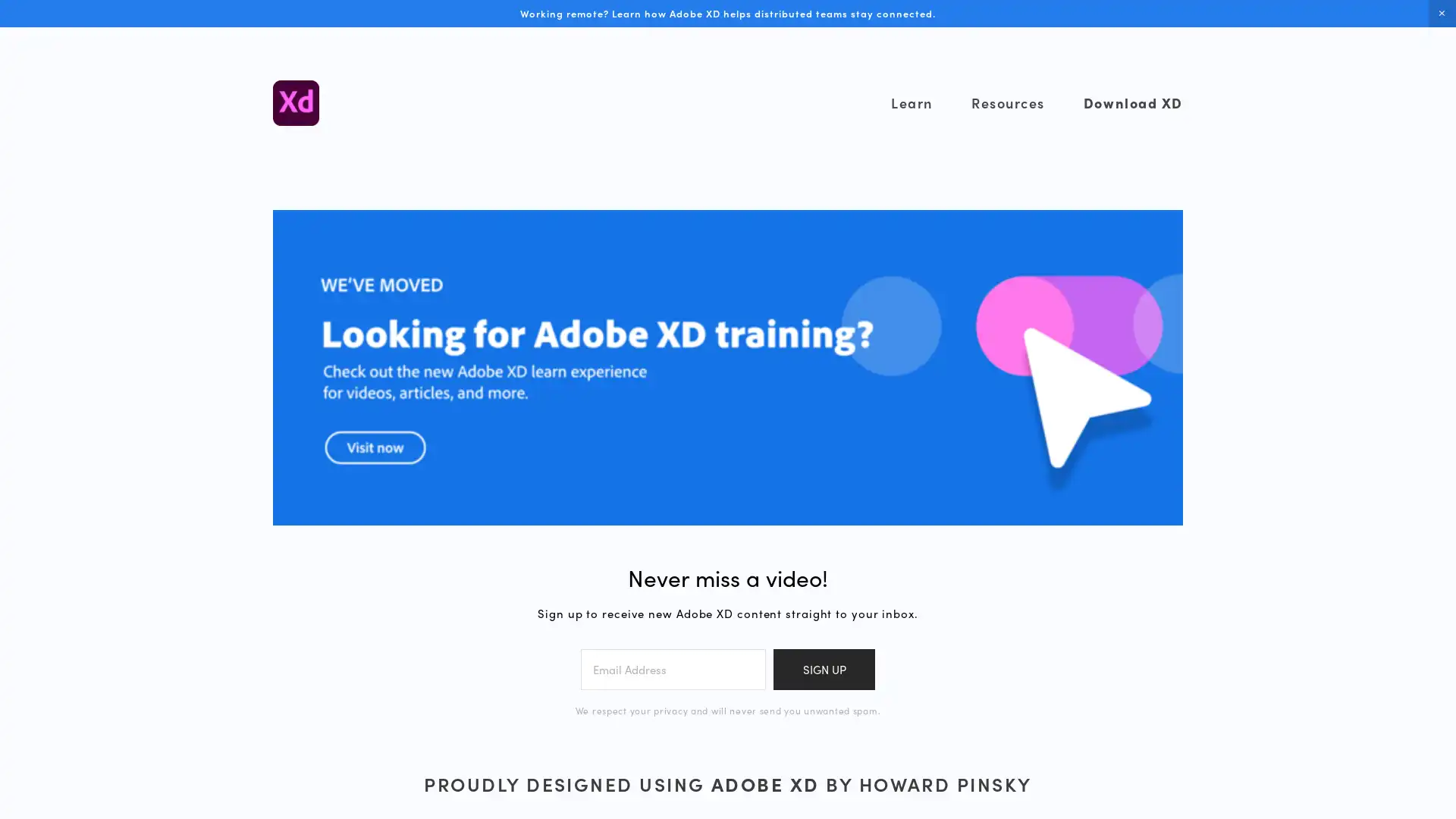 The image size is (1456, 819). Describe the element at coordinates (823, 668) in the screenshot. I see `SIGN UP` at that location.